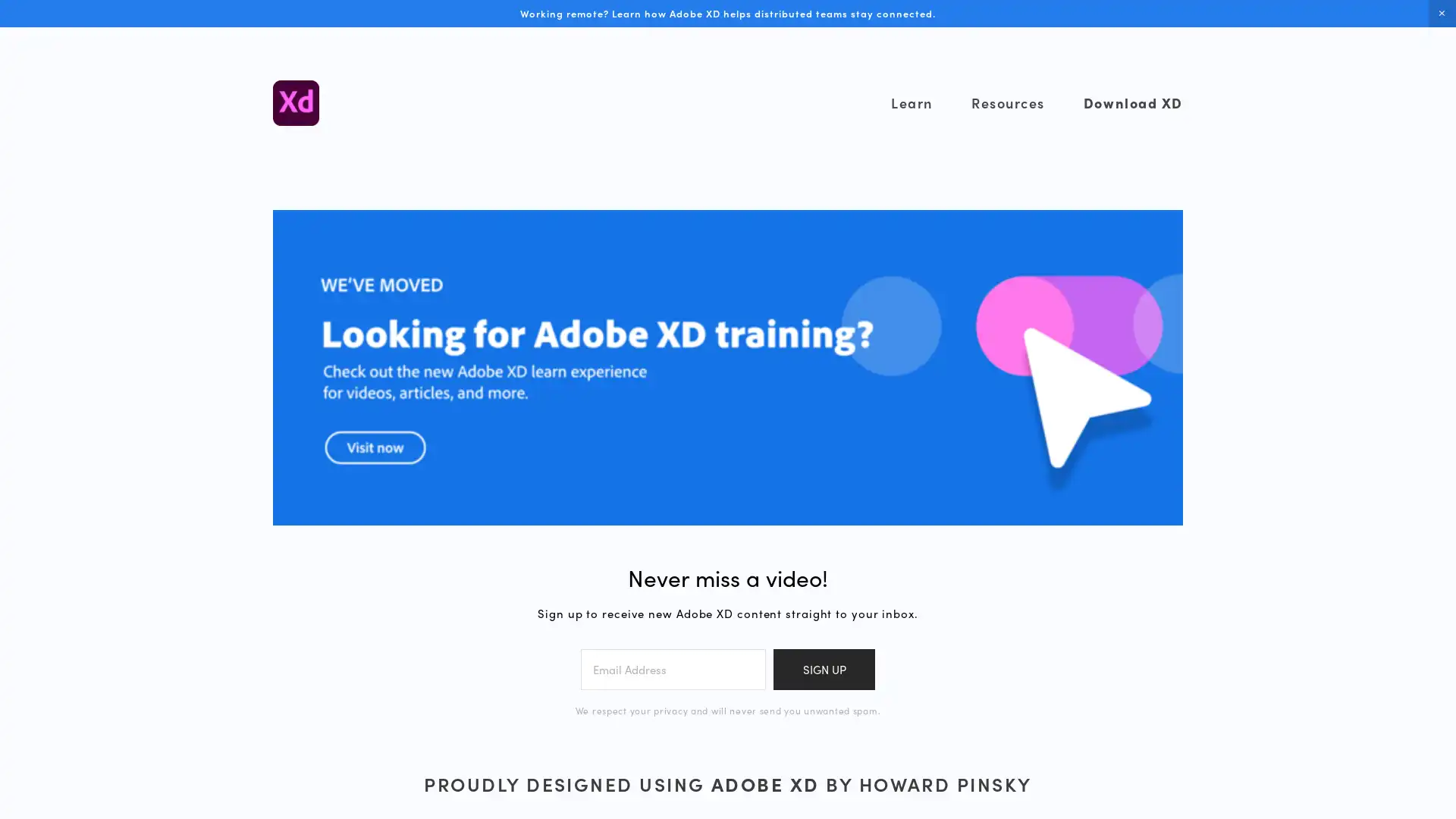 The image size is (1456, 819). Describe the element at coordinates (823, 668) in the screenshot. I see `SIGN UP` at that location.